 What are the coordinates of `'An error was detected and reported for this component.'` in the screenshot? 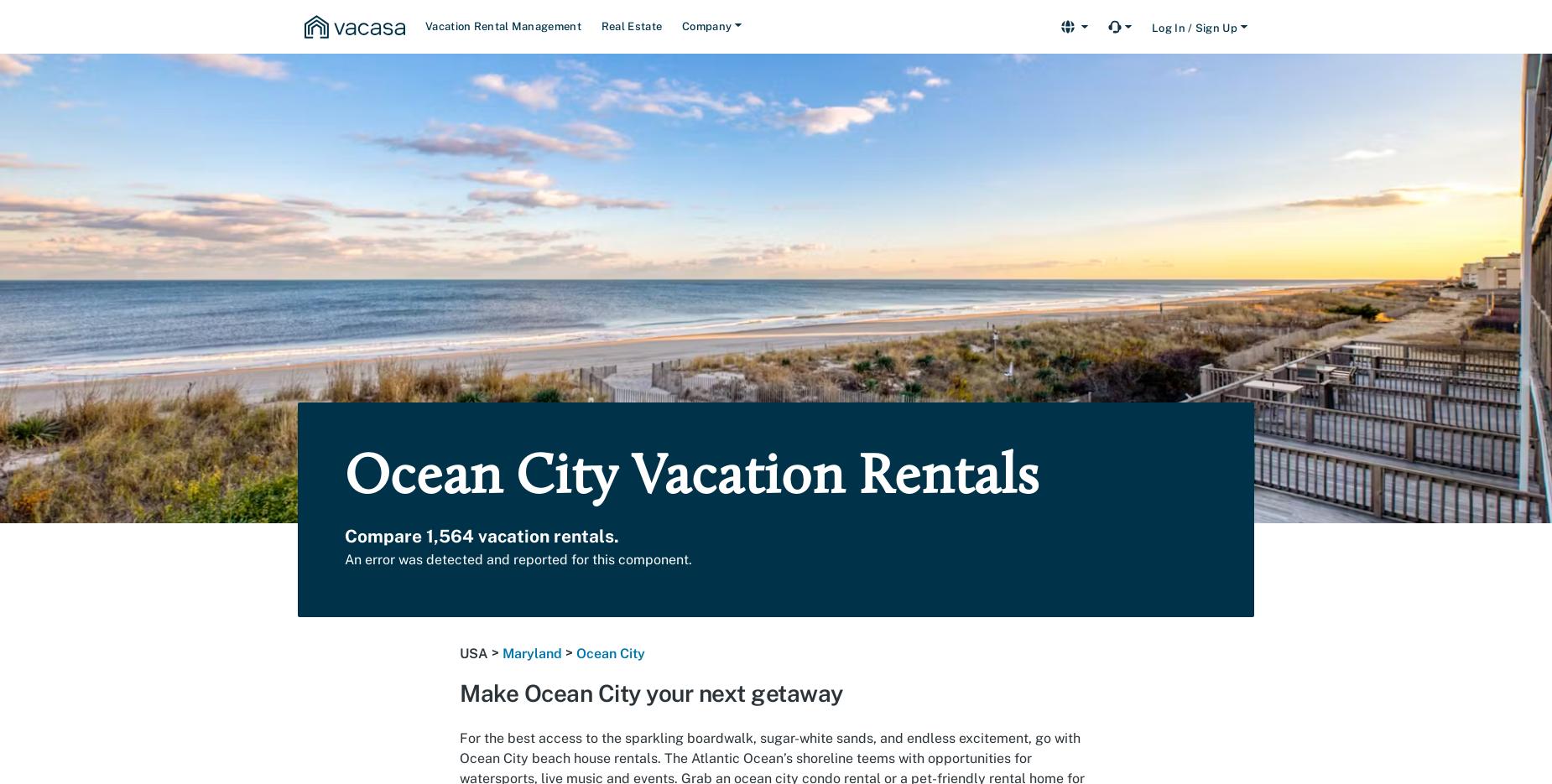 It's located at (518, 559).